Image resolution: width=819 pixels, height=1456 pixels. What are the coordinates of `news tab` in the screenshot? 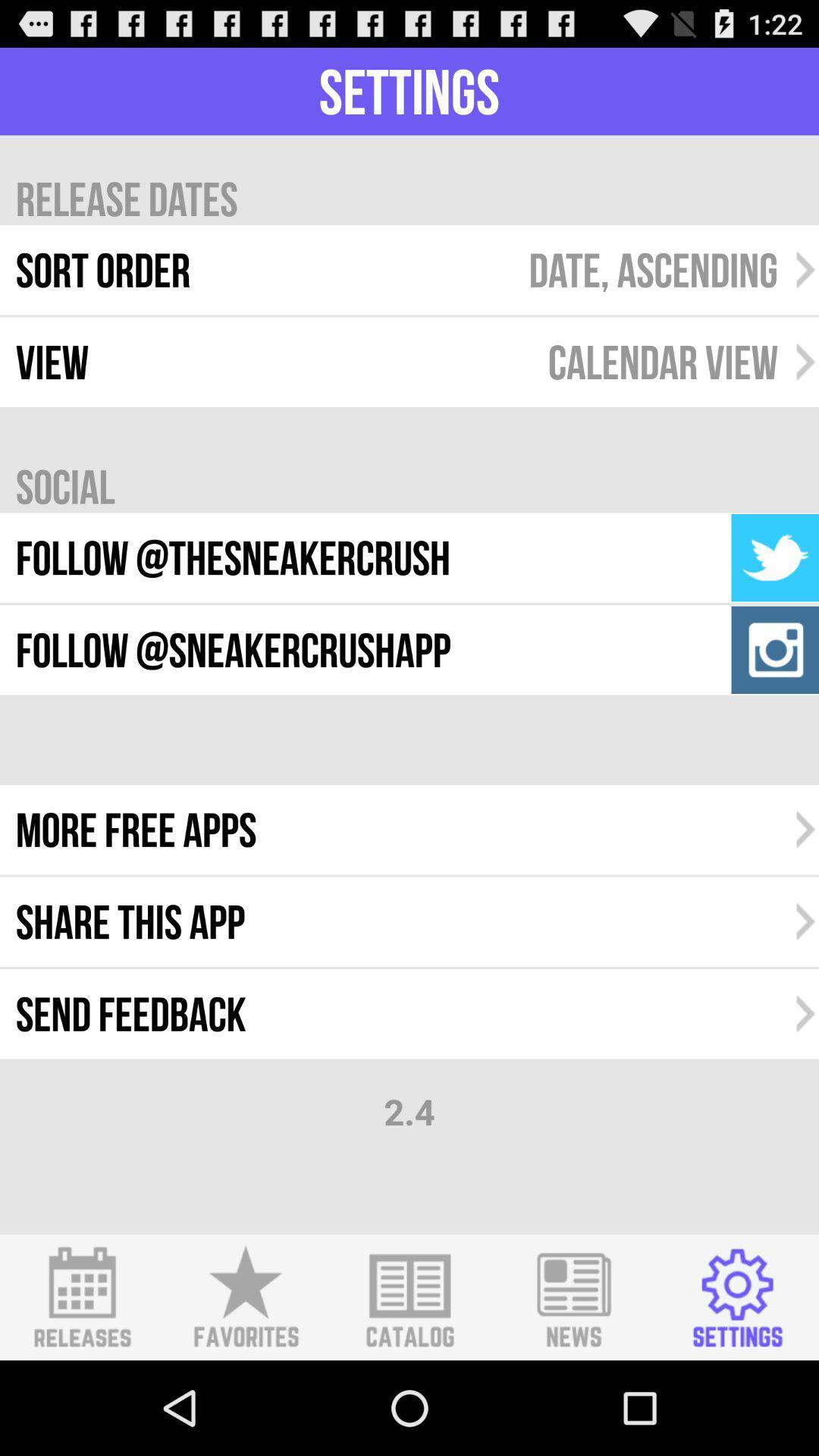 It's located at (573, 1297).